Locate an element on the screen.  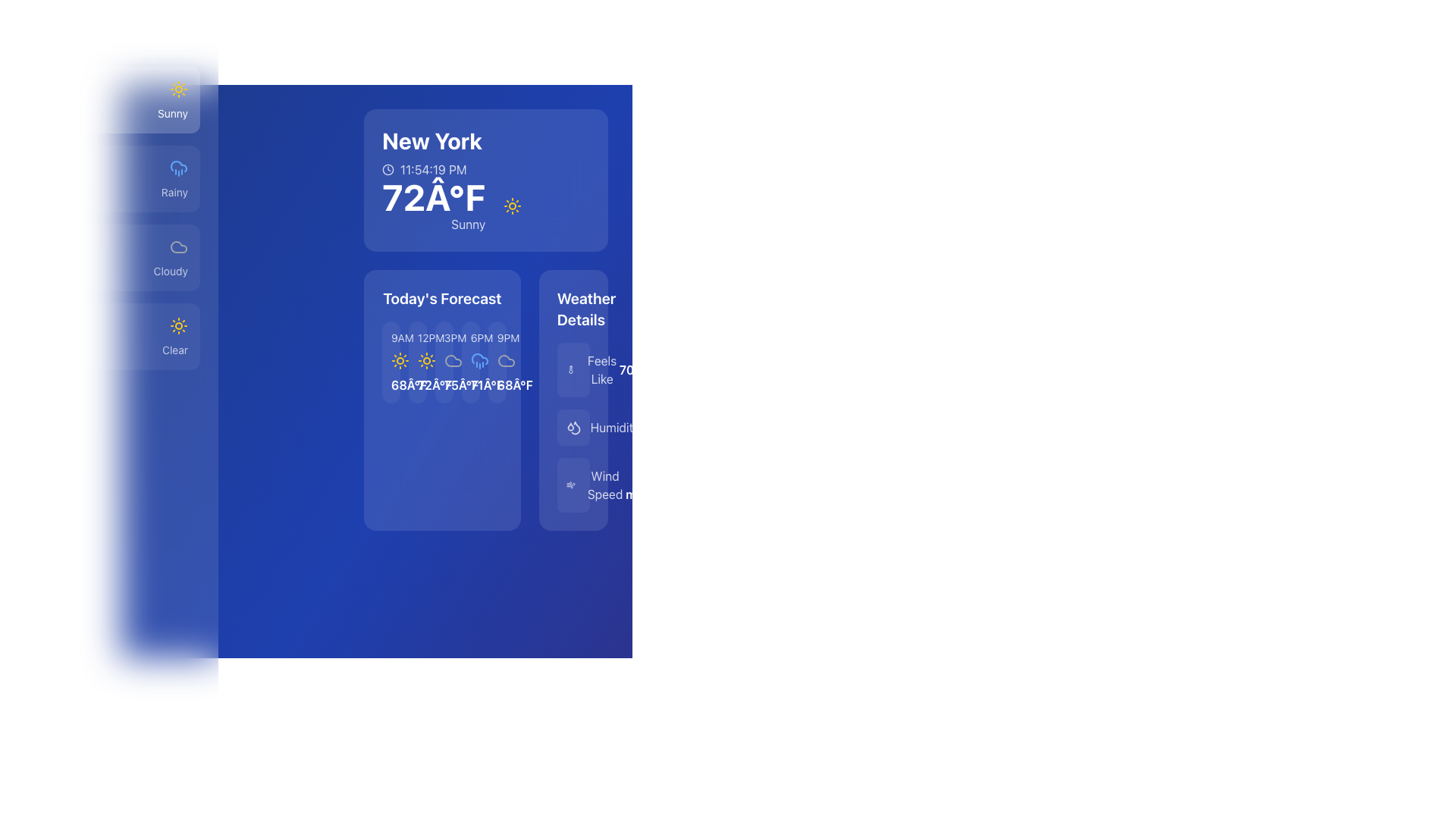
circular base of the SVG clock icon located in the upper left part of the clock icon displayed above the weather details in the sidebar section of the interface is located at coordinates (388, 169).